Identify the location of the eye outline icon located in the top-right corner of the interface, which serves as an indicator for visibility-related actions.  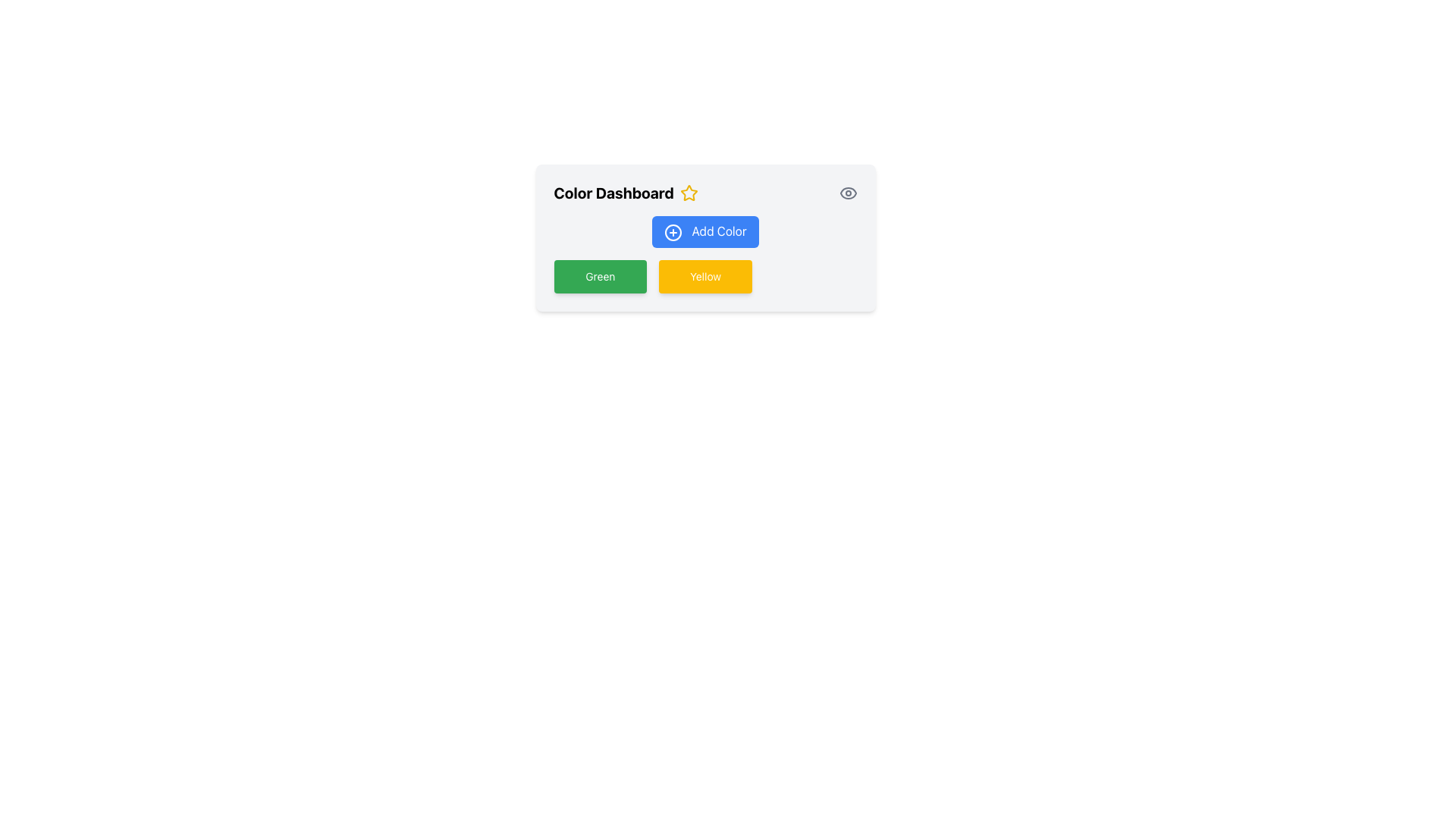
(847, 192).